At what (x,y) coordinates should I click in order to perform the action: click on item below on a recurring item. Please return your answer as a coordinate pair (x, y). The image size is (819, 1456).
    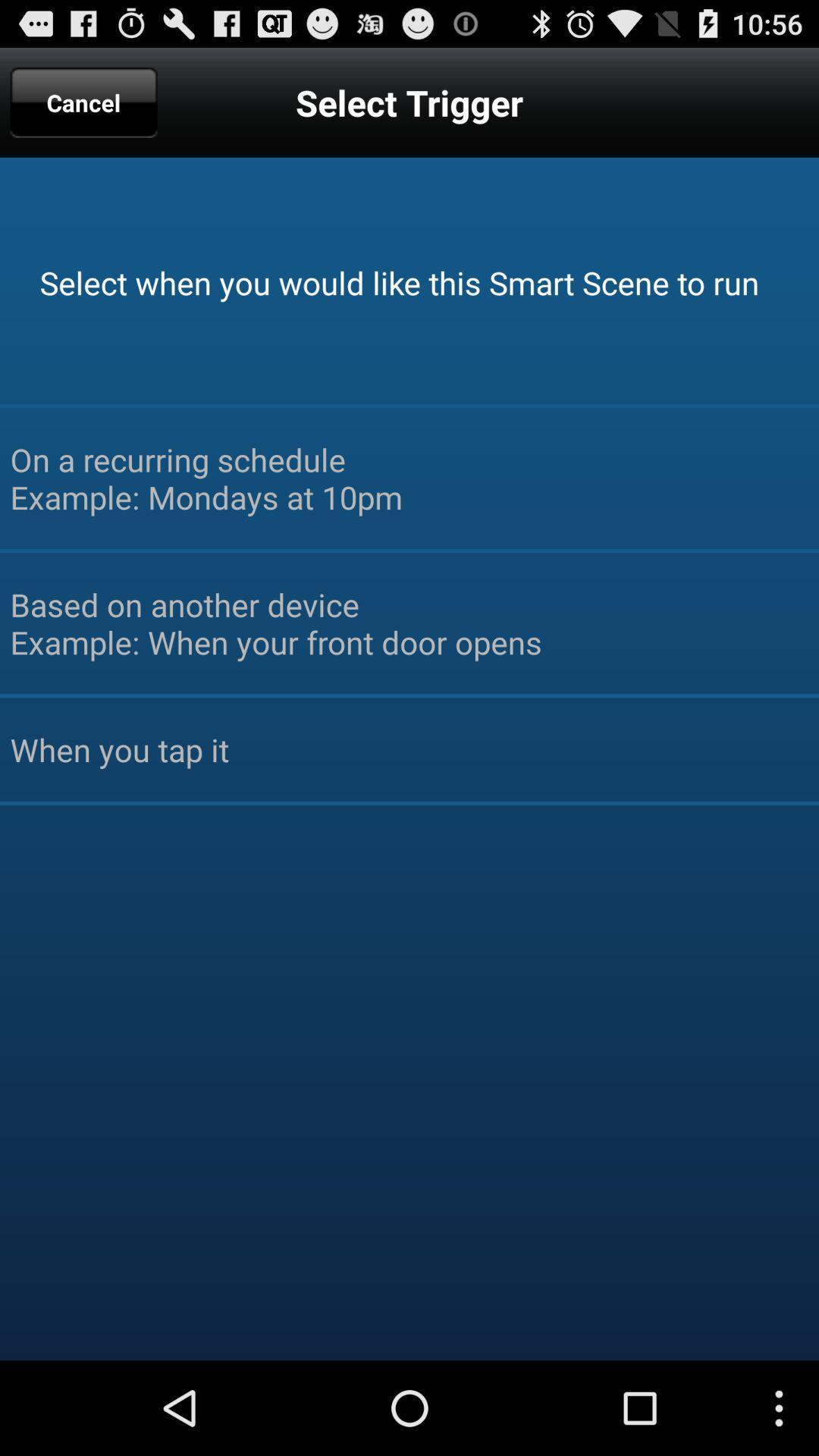
    Looking at the image, I should click on (409, 623).